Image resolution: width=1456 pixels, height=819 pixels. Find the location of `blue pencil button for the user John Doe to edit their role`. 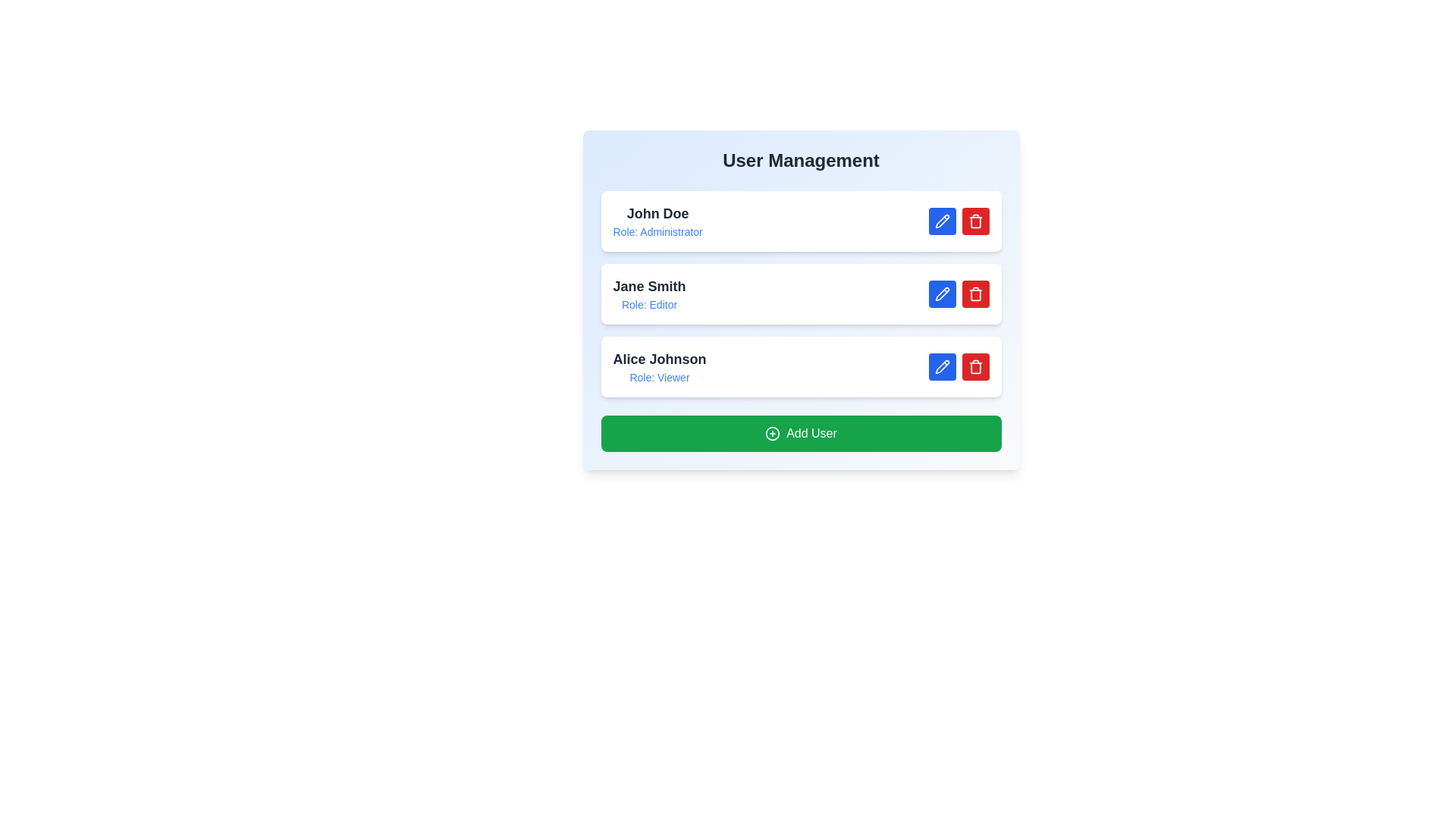

blue pencil button for the user John Doe to edit their role is located at coordinates (941, 221).